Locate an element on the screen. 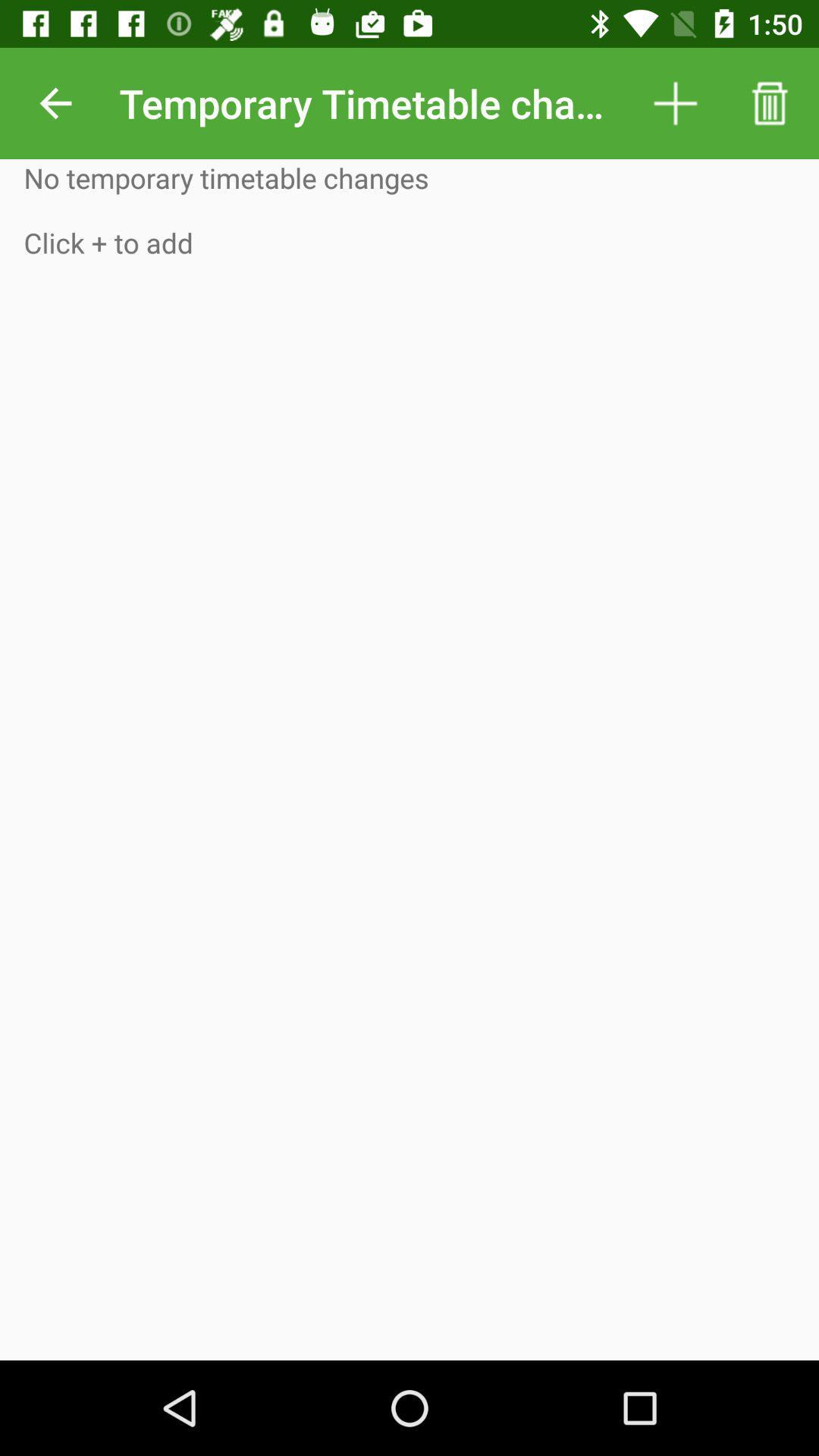 This screenshot has width=819, height=1456. icon to the right of temporary timetable changes item is located at coordinates (675, 102).